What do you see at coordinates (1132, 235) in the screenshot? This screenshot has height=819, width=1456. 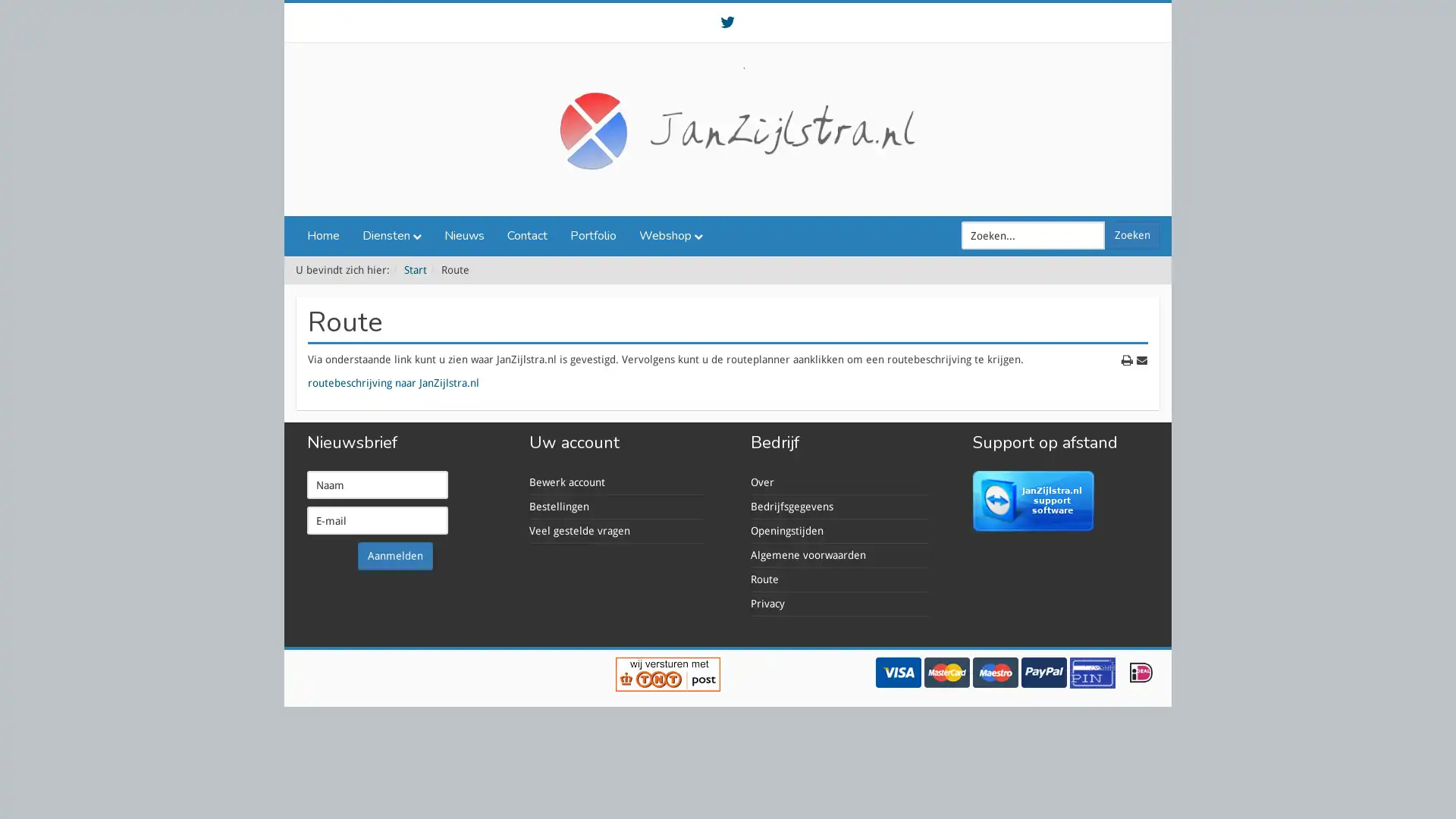 I see `Zoeken` at bounding box center [1132, 235].